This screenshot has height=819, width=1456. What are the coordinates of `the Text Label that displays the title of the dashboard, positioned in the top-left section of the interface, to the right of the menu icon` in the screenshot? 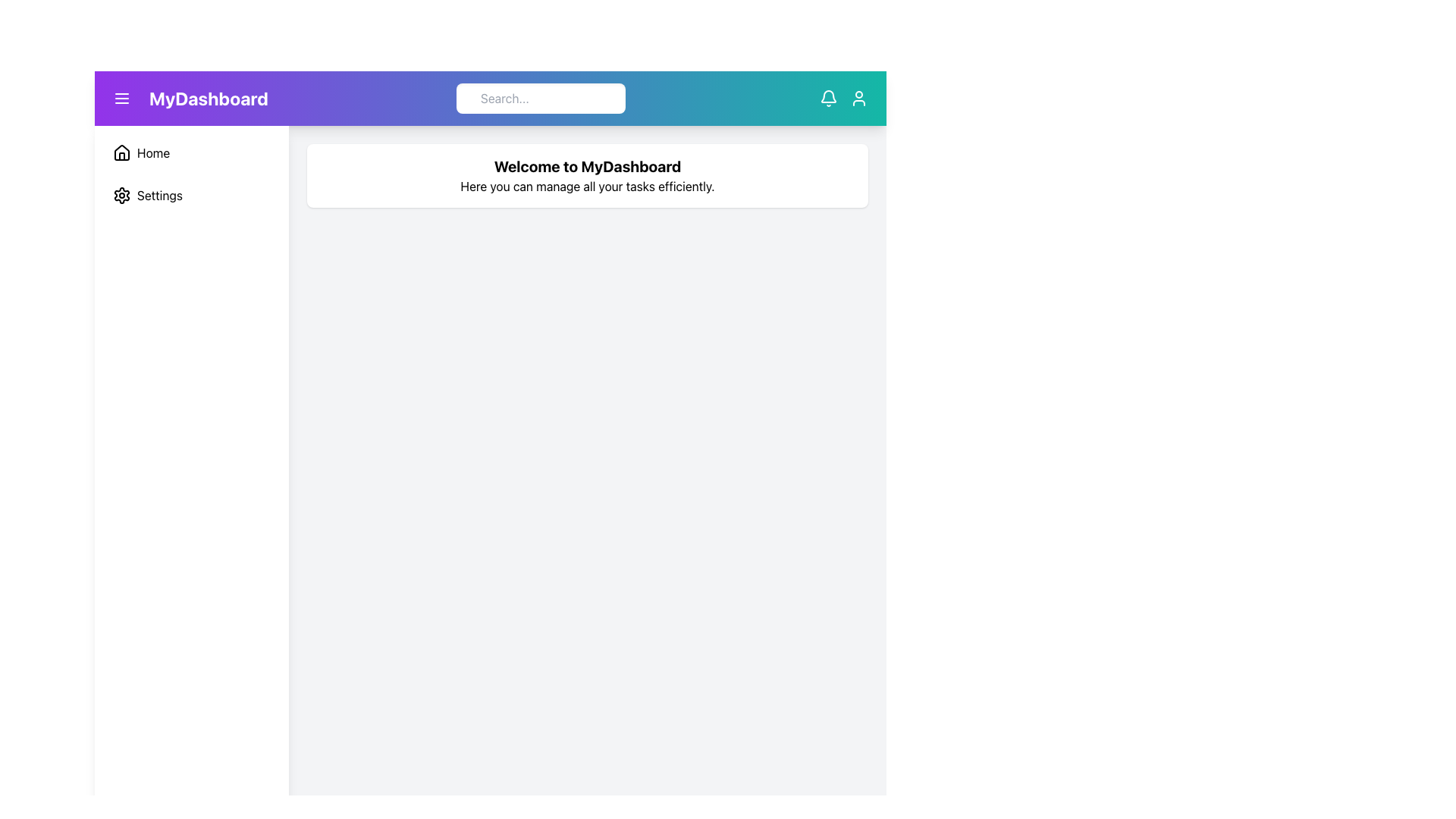 It's located at (187, 99).